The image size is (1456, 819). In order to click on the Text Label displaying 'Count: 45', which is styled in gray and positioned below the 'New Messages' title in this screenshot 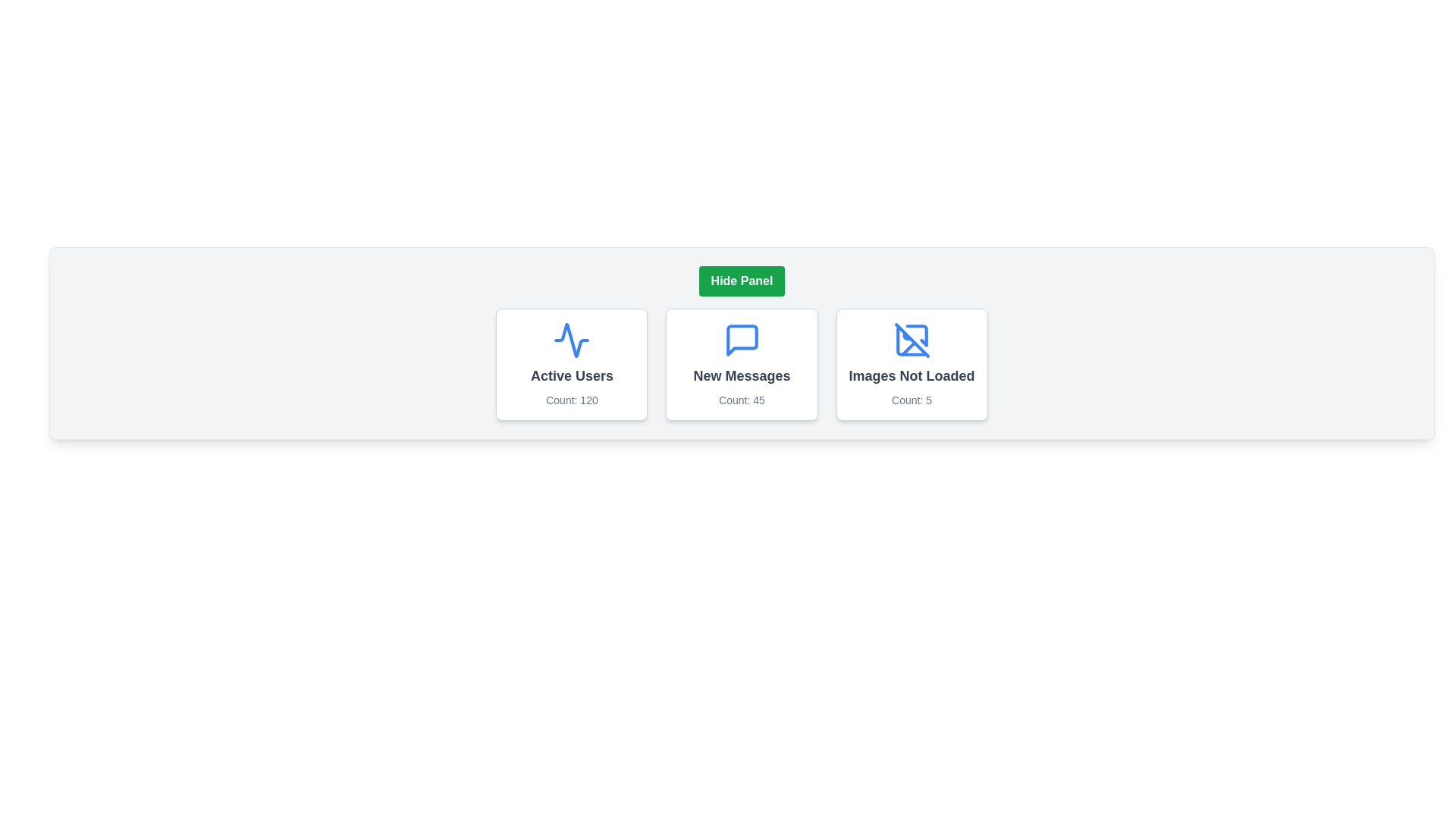, I will do `click(742, 400)`.